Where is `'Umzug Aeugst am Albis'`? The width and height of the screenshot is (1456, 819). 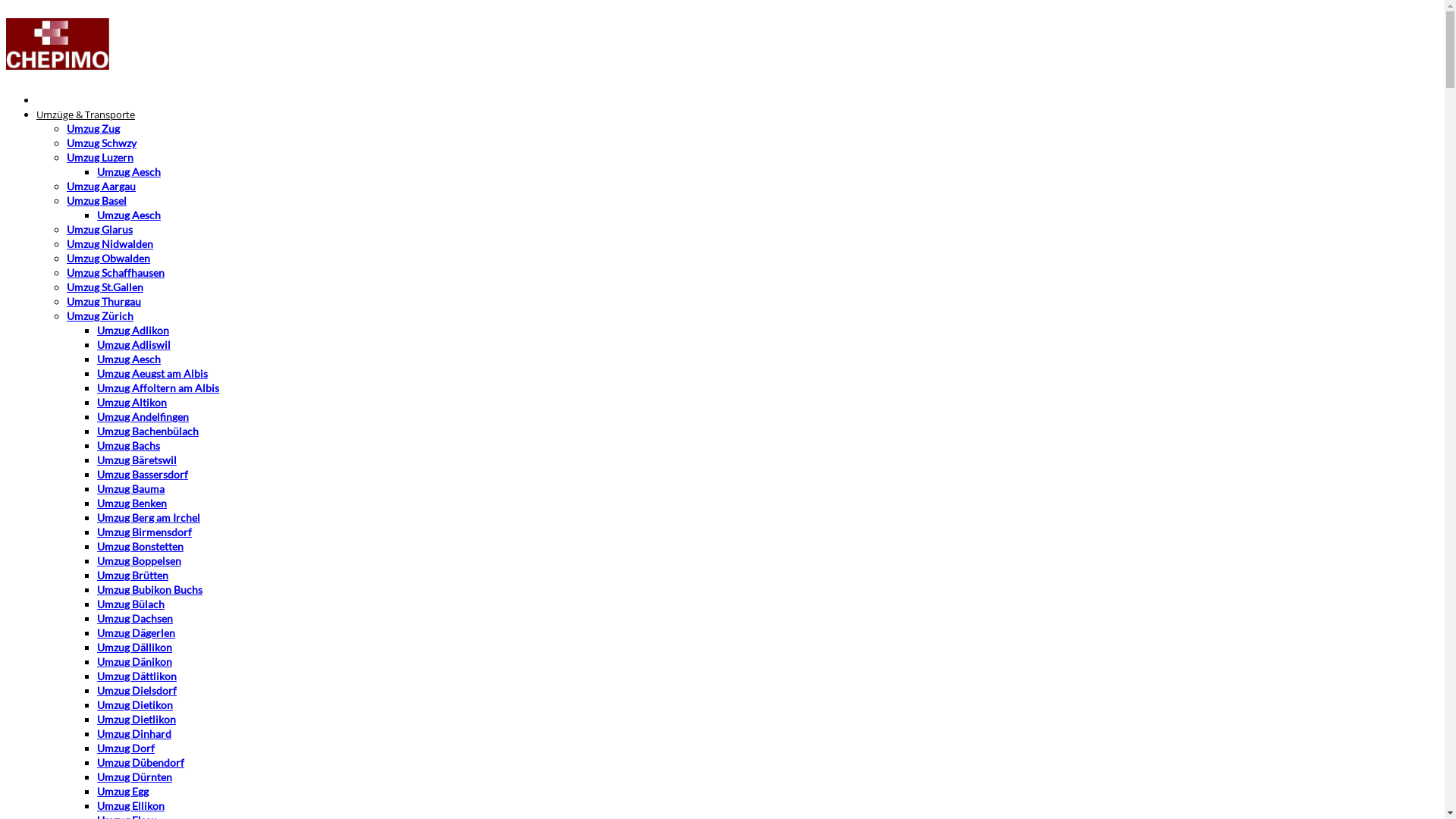 'Umzug Aeugst am Albis' is located at coordinates (152, 373).